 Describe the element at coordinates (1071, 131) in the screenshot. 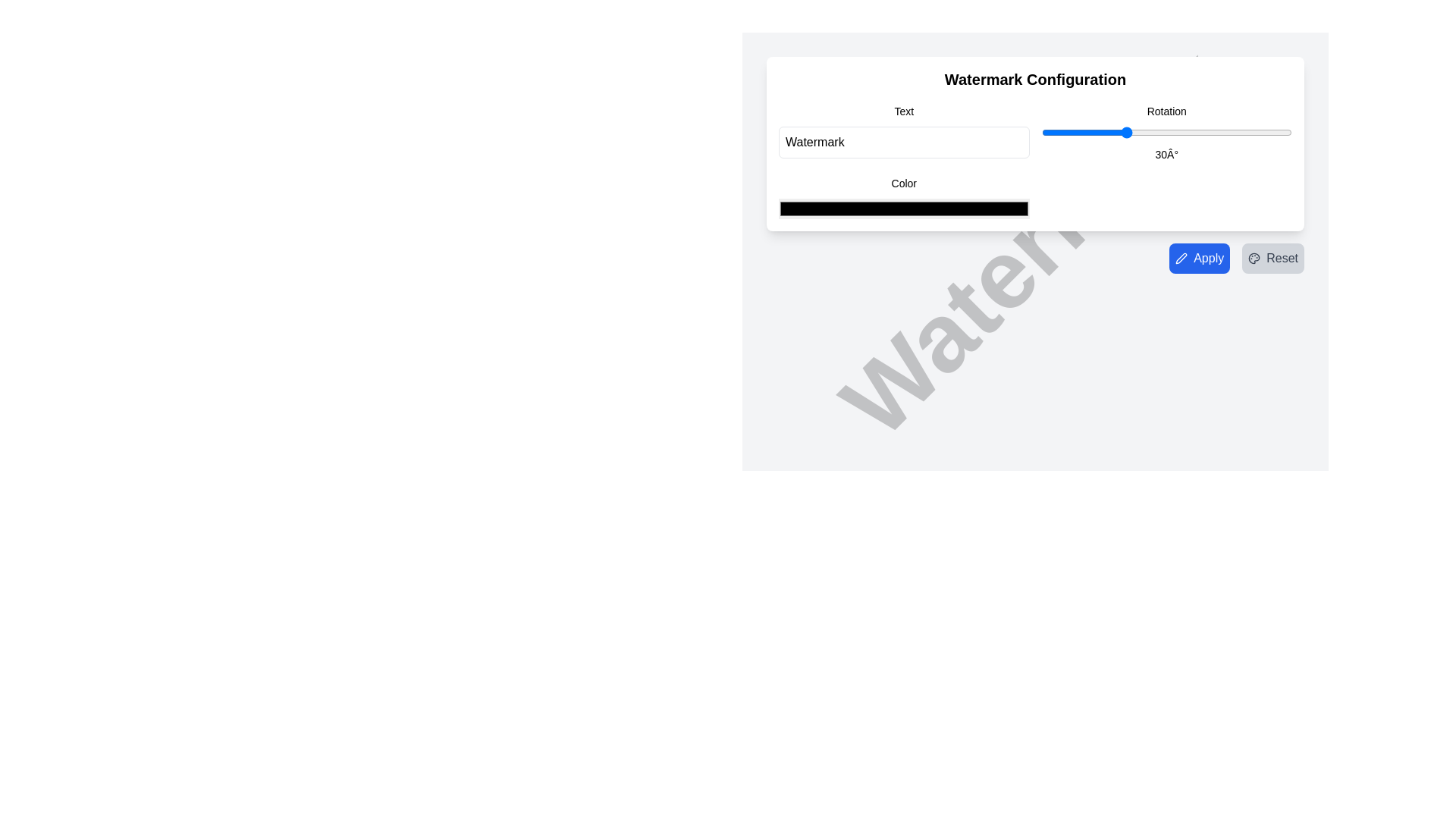

I see `rotation` at that location.